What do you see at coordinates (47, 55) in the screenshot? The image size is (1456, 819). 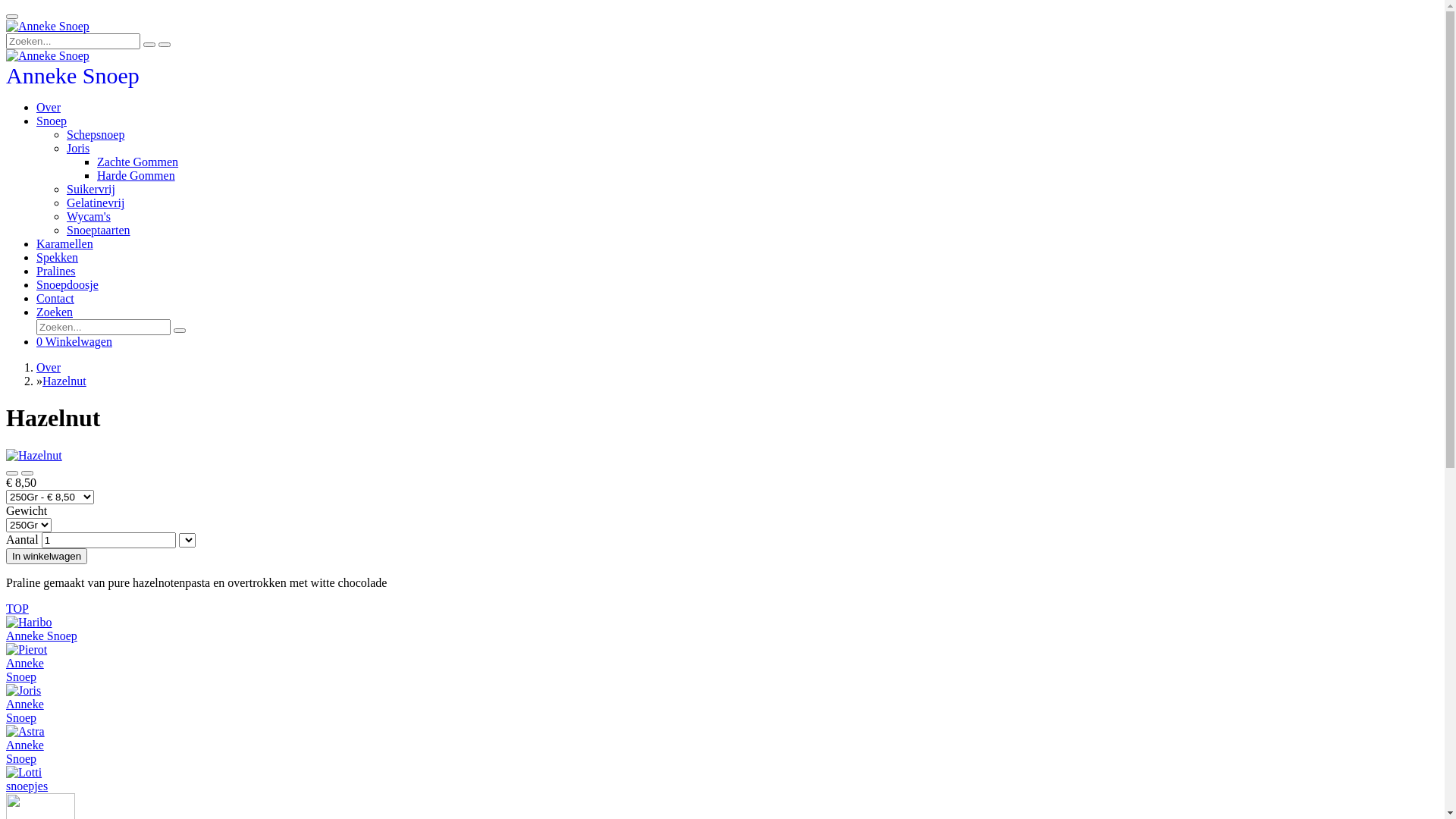 I see `'Anneke Snoep'` at bounding box center [47, 55].